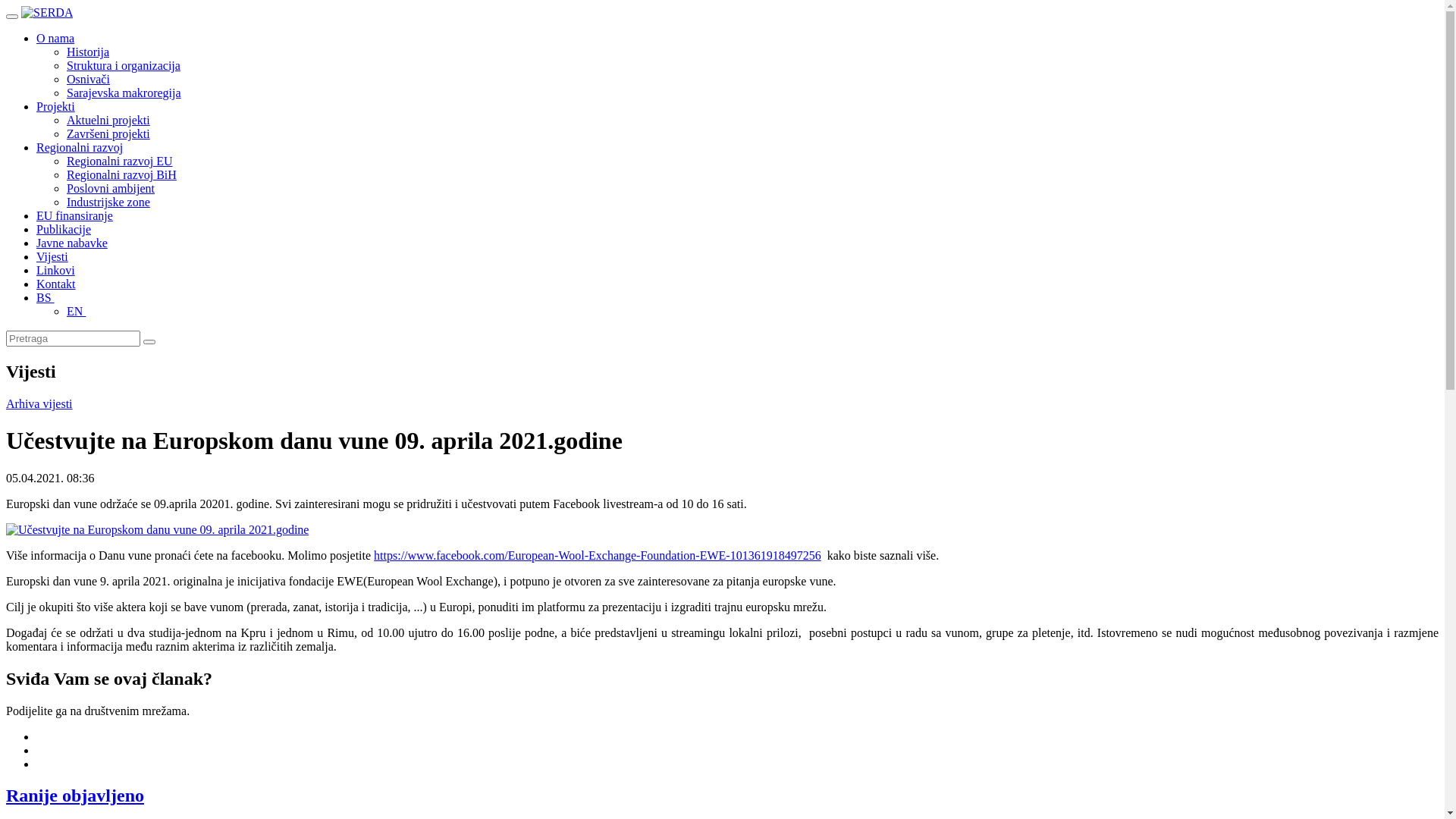 The image size is (1456, 819). I want to click on 'Regionalni razvoj EU', so click(119, 161).